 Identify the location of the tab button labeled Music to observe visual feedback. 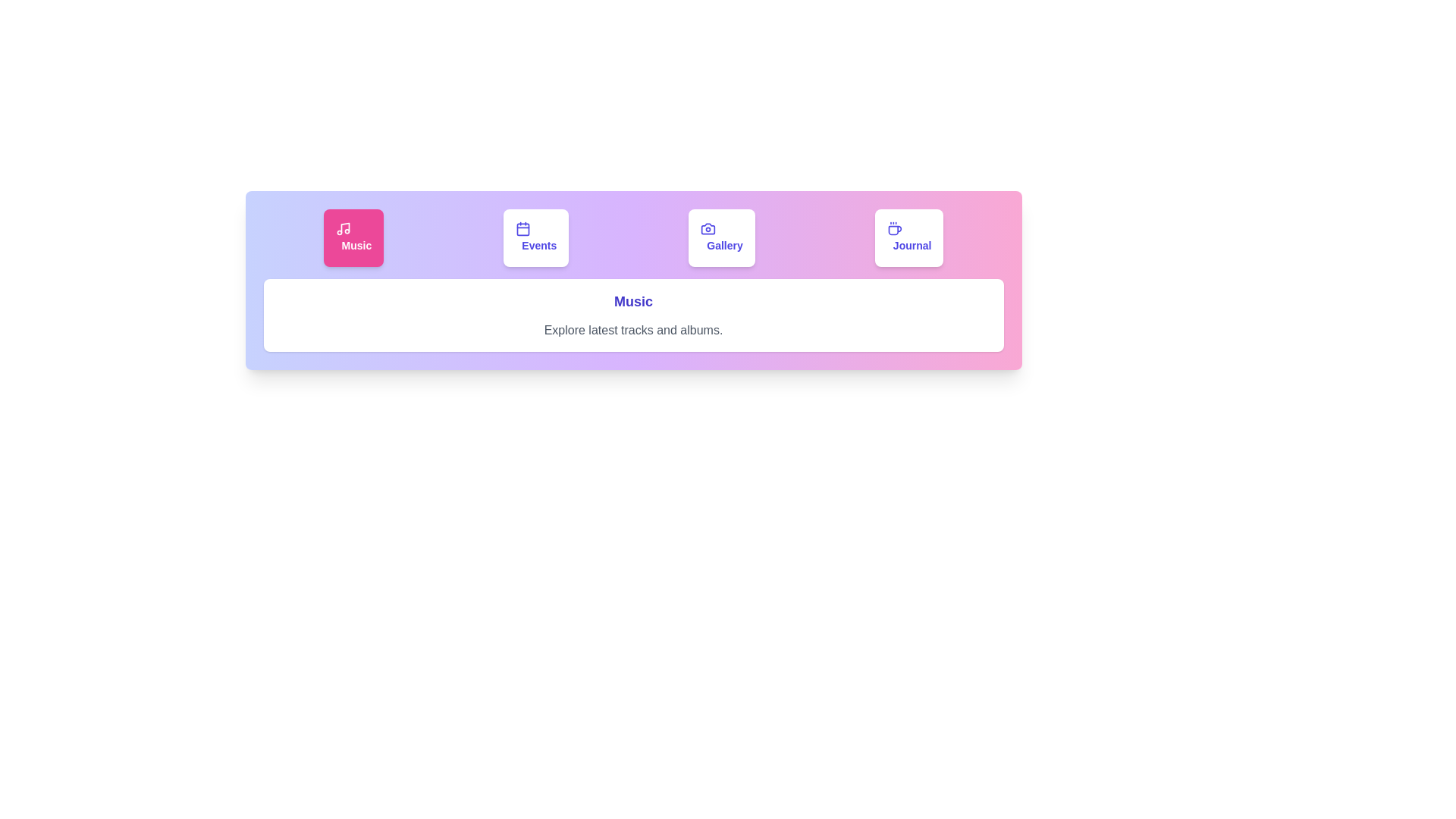
(353, 237).